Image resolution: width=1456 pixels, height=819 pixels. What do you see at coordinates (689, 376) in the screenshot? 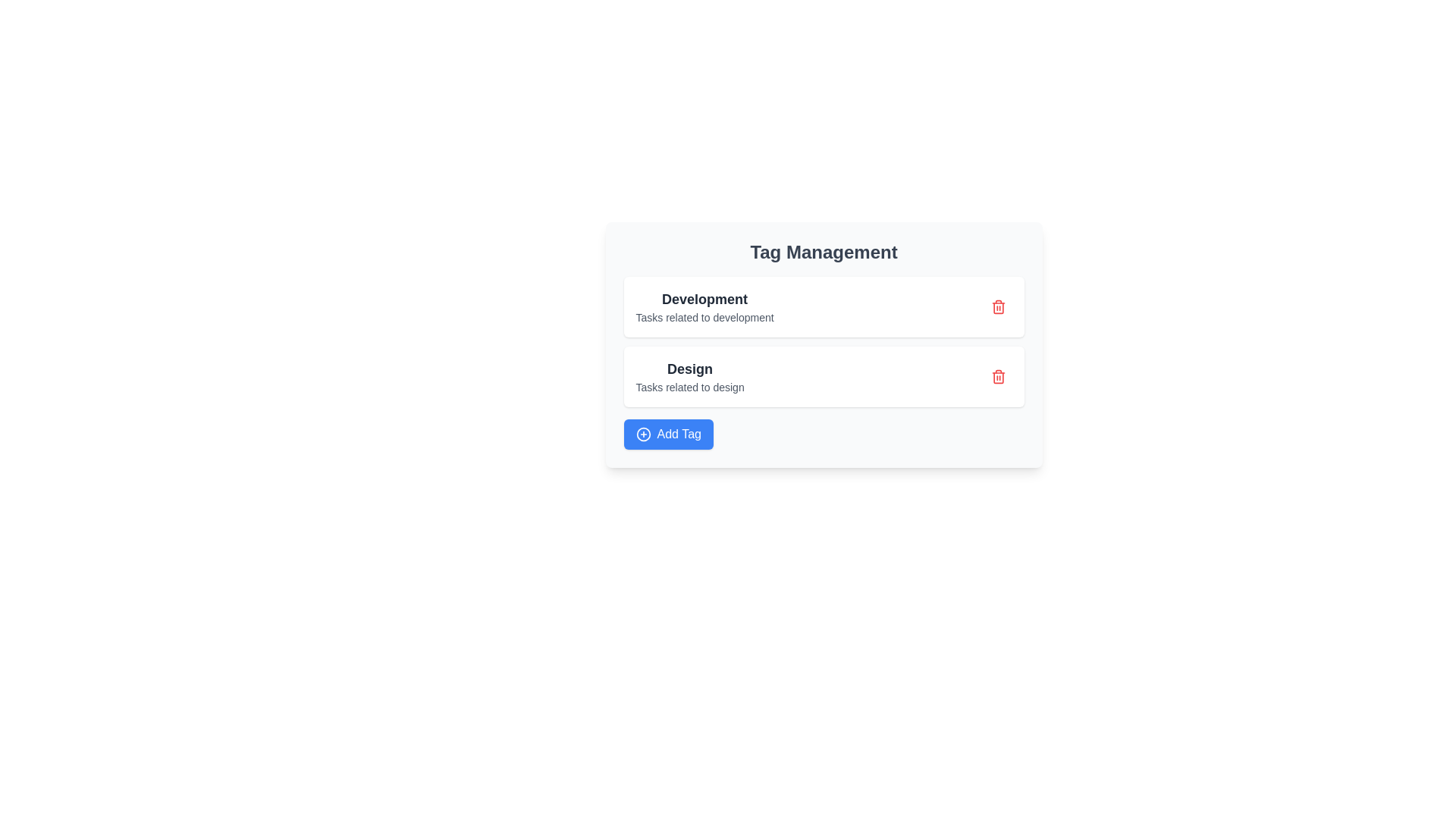
I see `text content of the Text Display Block that describes the 'Design' category, located between 'Development' and 'Add Tag'` at bounding box center [689, 376].